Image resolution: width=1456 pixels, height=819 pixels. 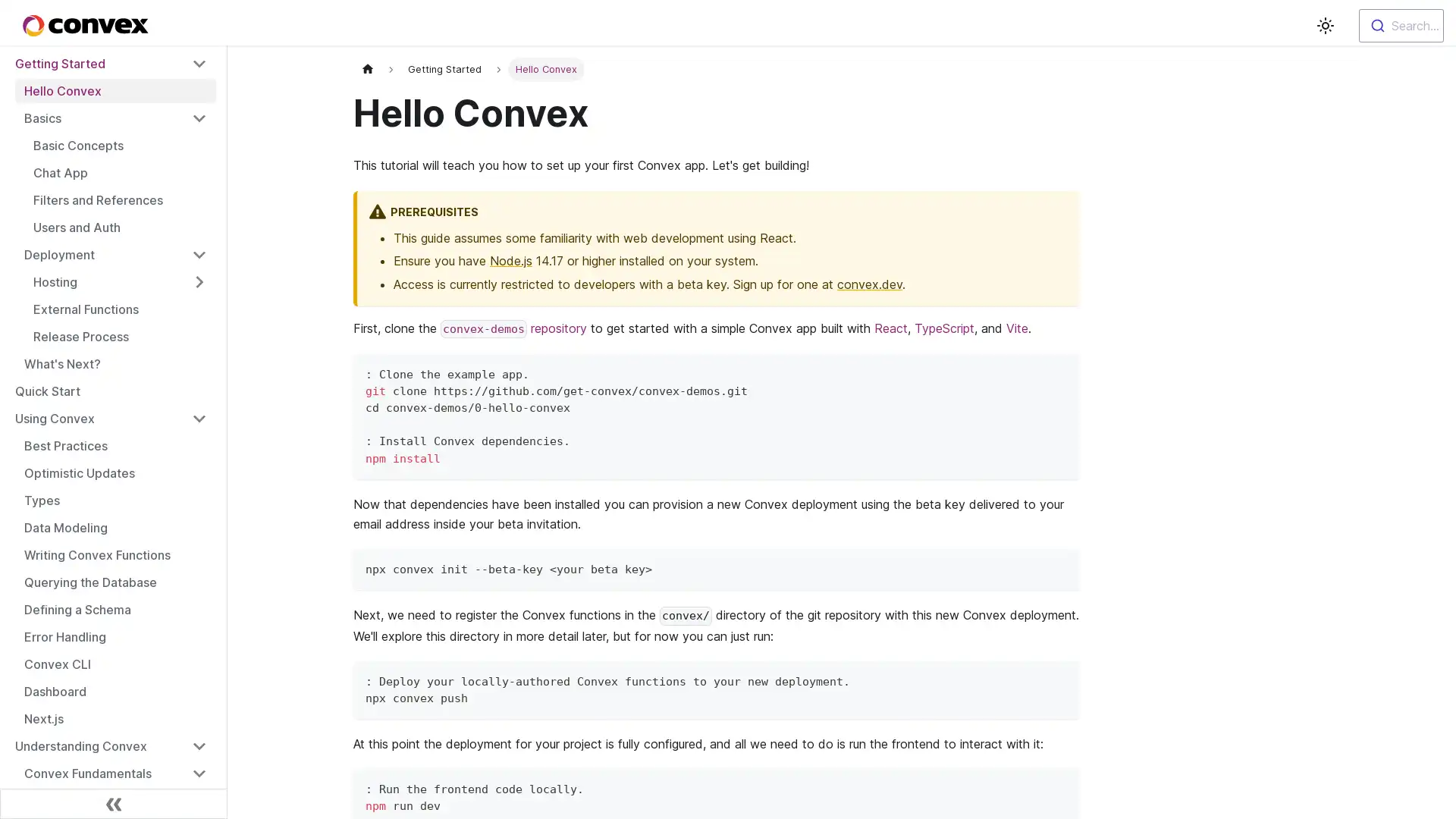 I want to click on Copy code to clipboard, so click(x=1060, y=372).